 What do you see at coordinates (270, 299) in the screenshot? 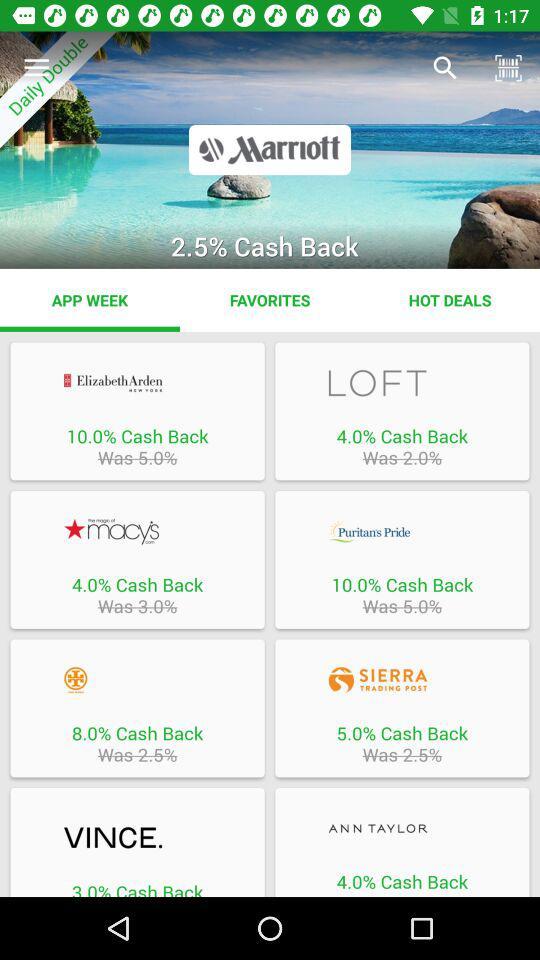
I see `item to the right of app week app` at bounding box center [270, 299].